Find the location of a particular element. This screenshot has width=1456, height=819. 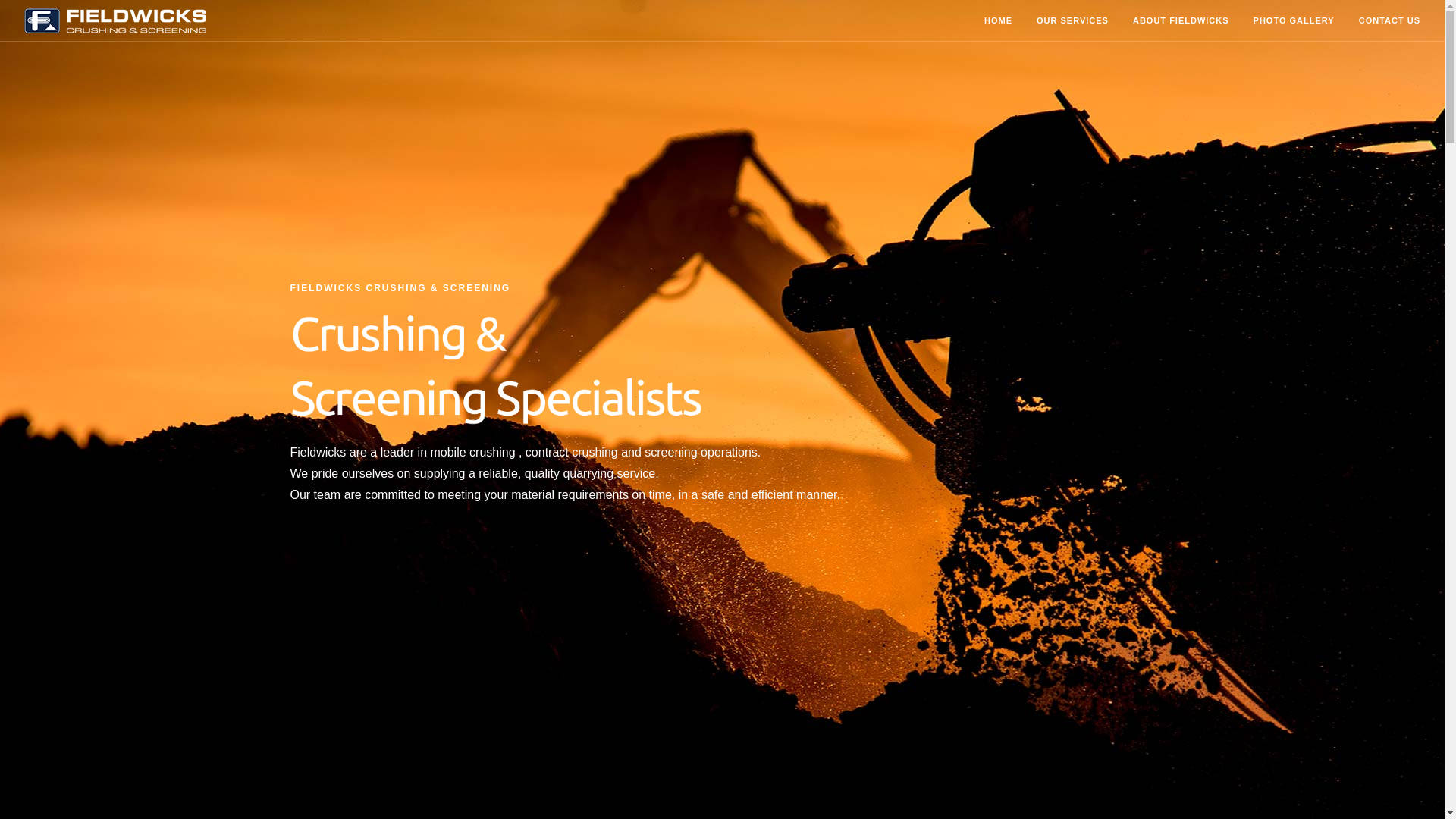

'ABOUT FIELDWICKS' is located at coordinates (1180, 21).